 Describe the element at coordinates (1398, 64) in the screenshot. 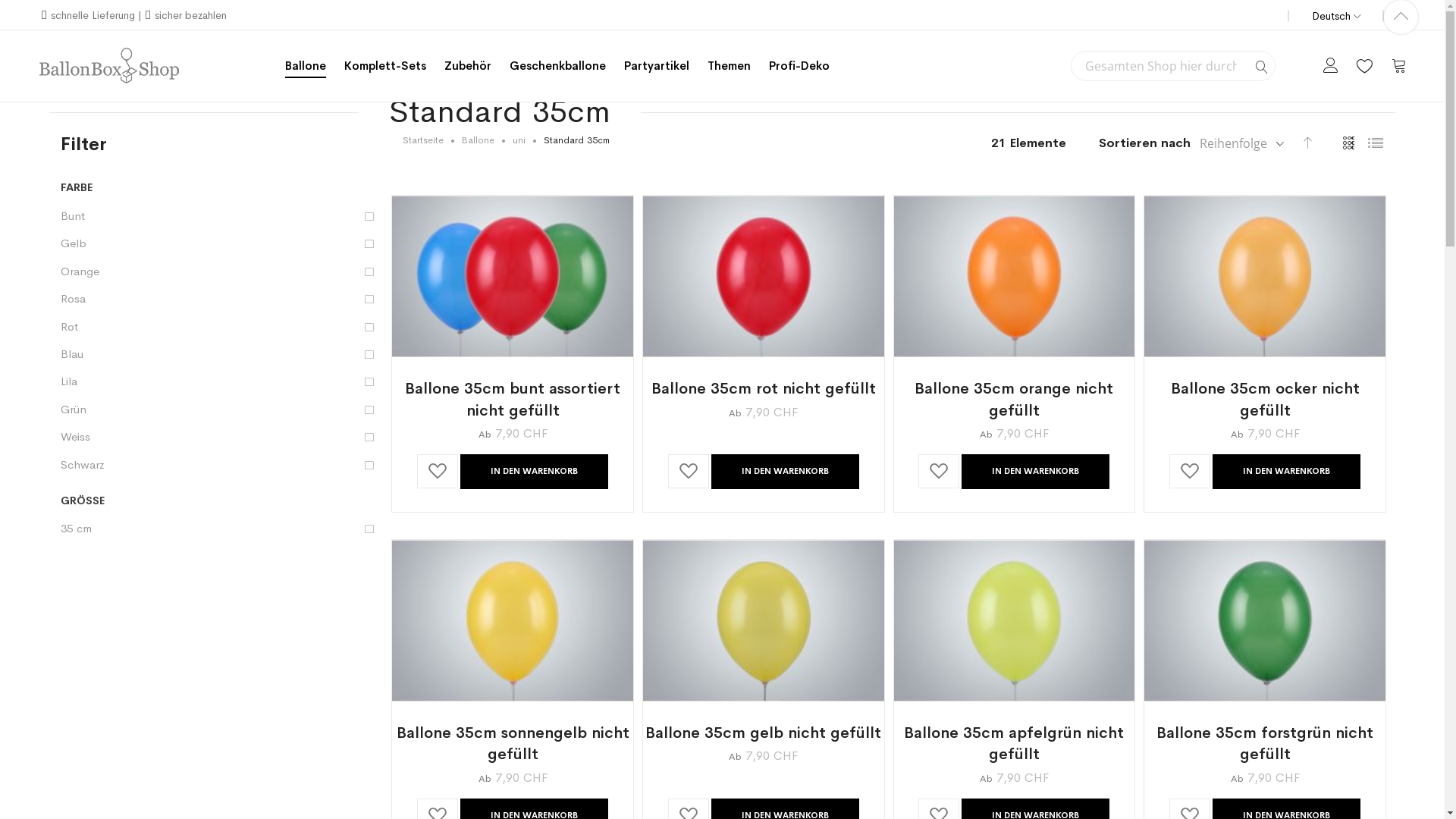

I see `'Mein Warenkorb'` at that location.